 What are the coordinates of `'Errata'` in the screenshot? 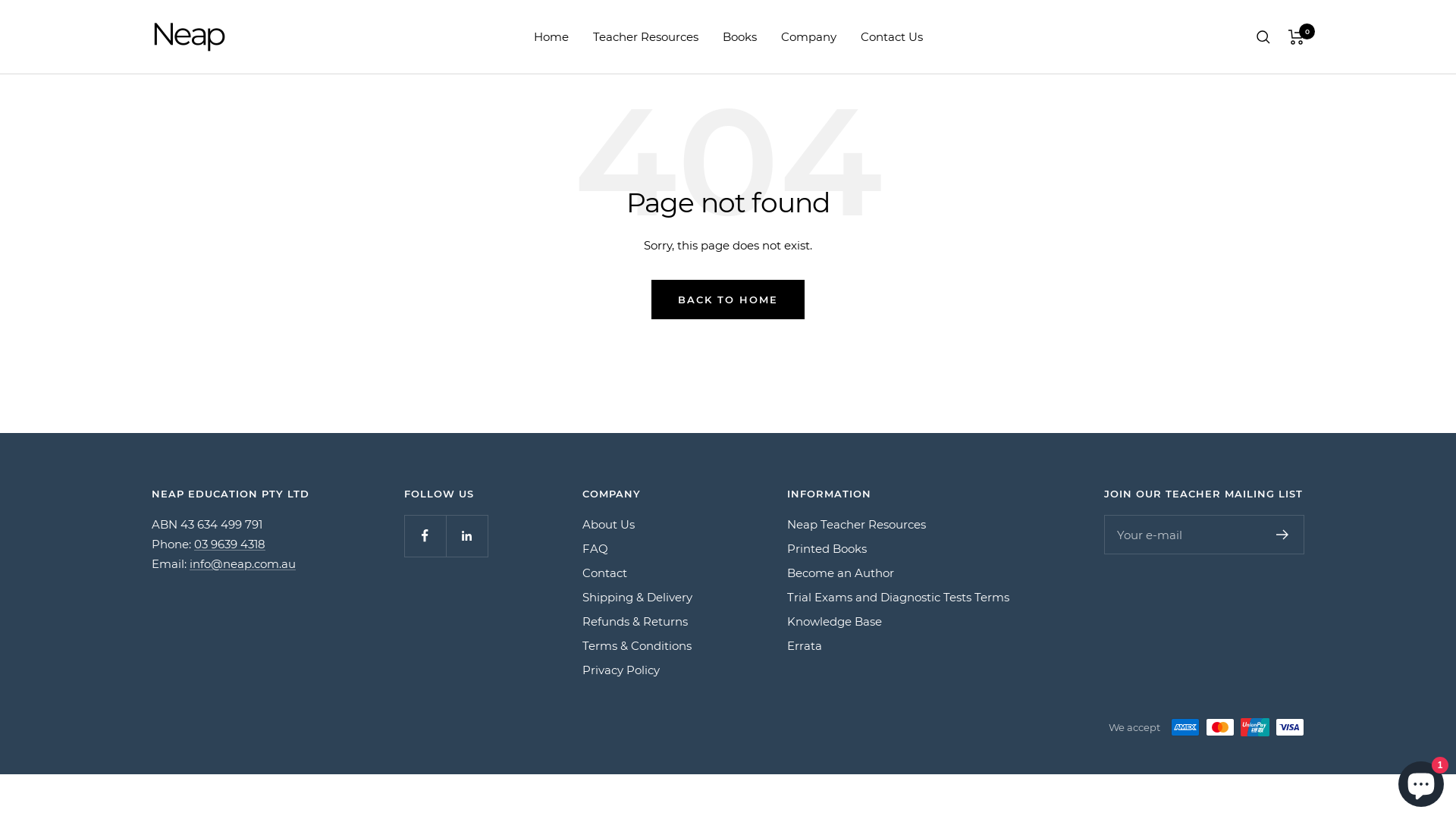 It's located at (803, 646).